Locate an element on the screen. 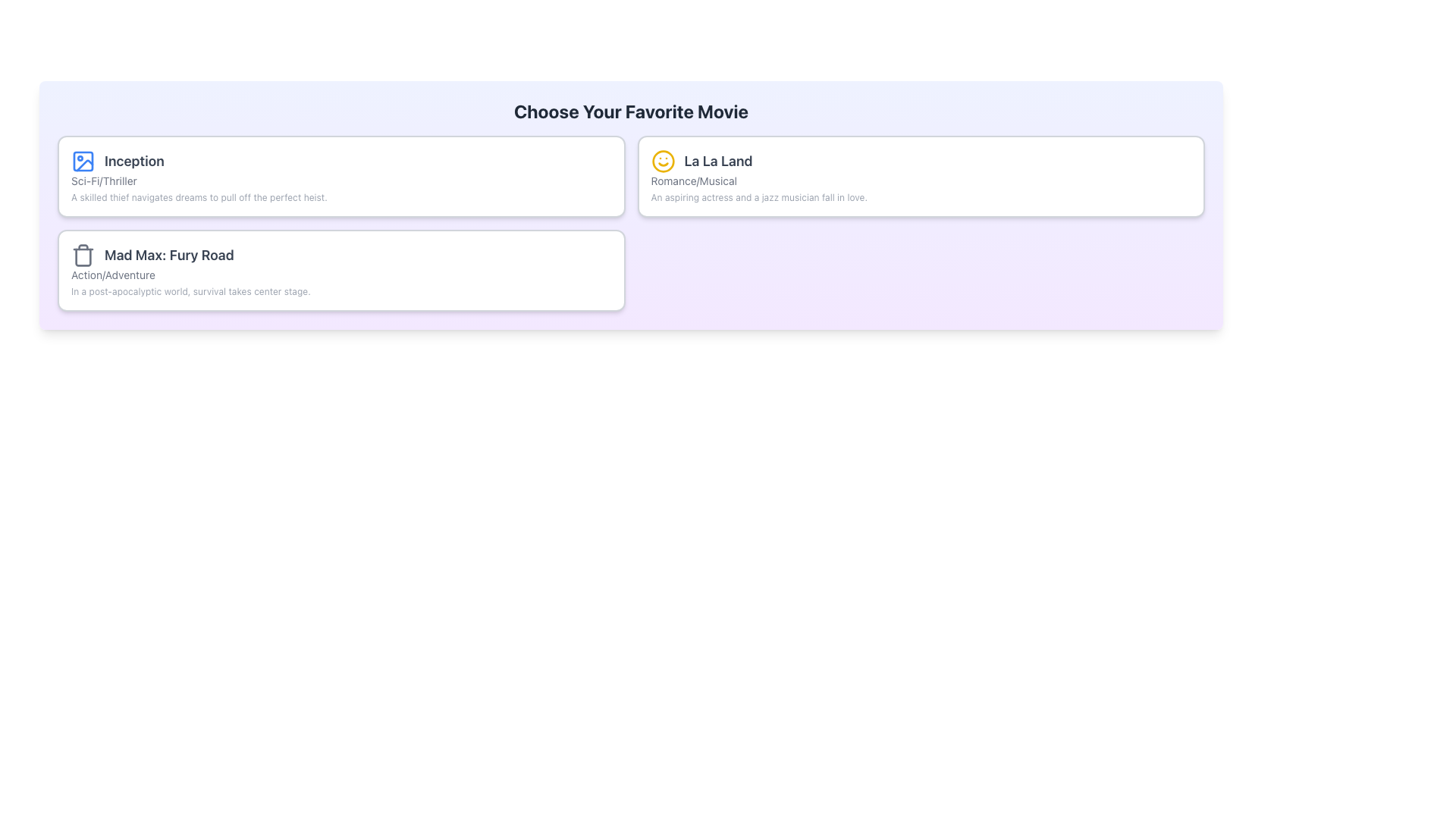 The height and width of the screenshot is (819, 1456). the static text element that represents the movie title, located on the left side adjacent to the left-side graphical icon of the movie item is located at coordinates (134, 161).